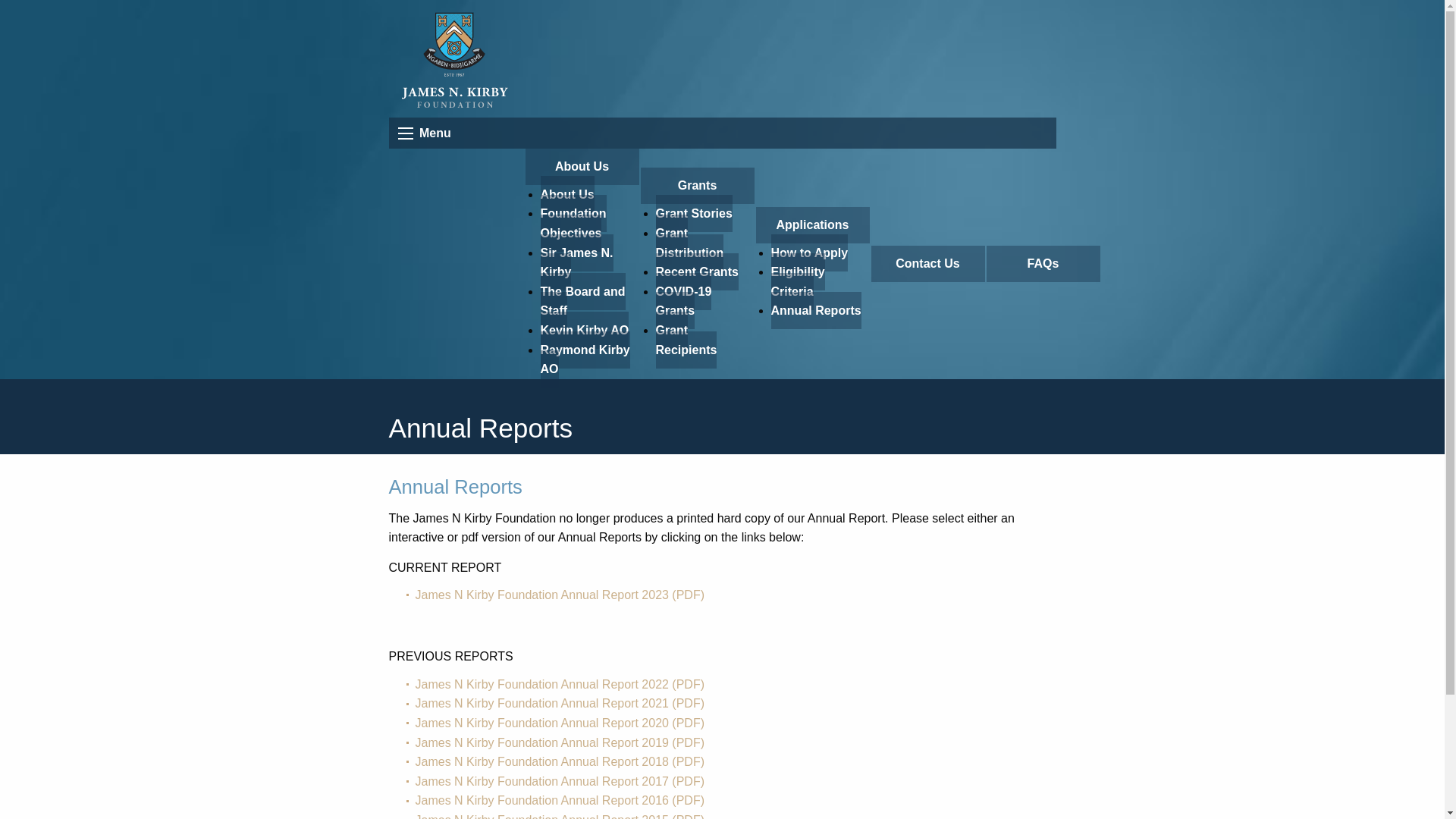 The image size is (1456, 819). I want to click on 'Grant Distribution', so click(688, 242).